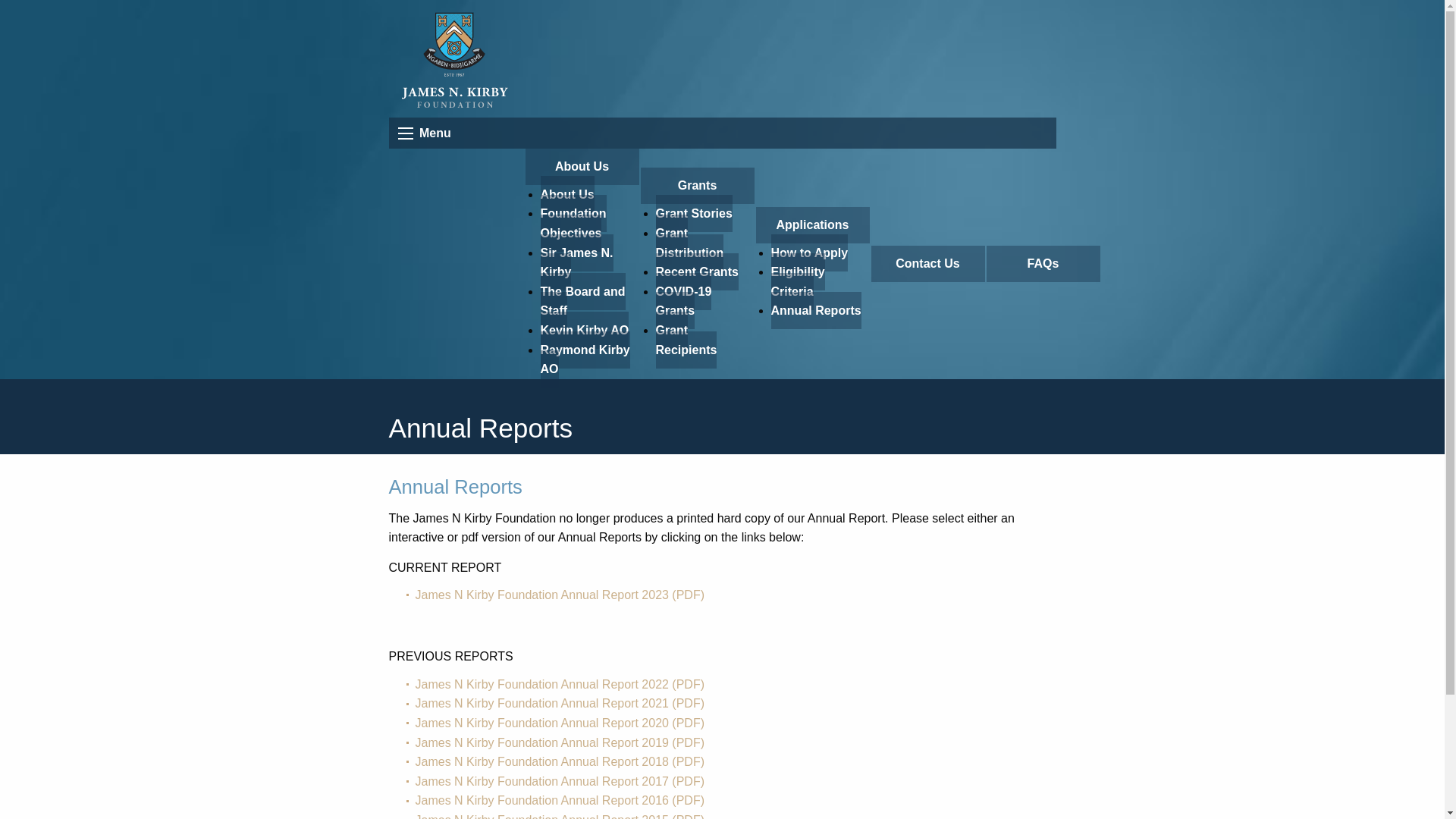 The image size is (1456, 819). I want to click on 'Grant Distribution', so click(688, 242).